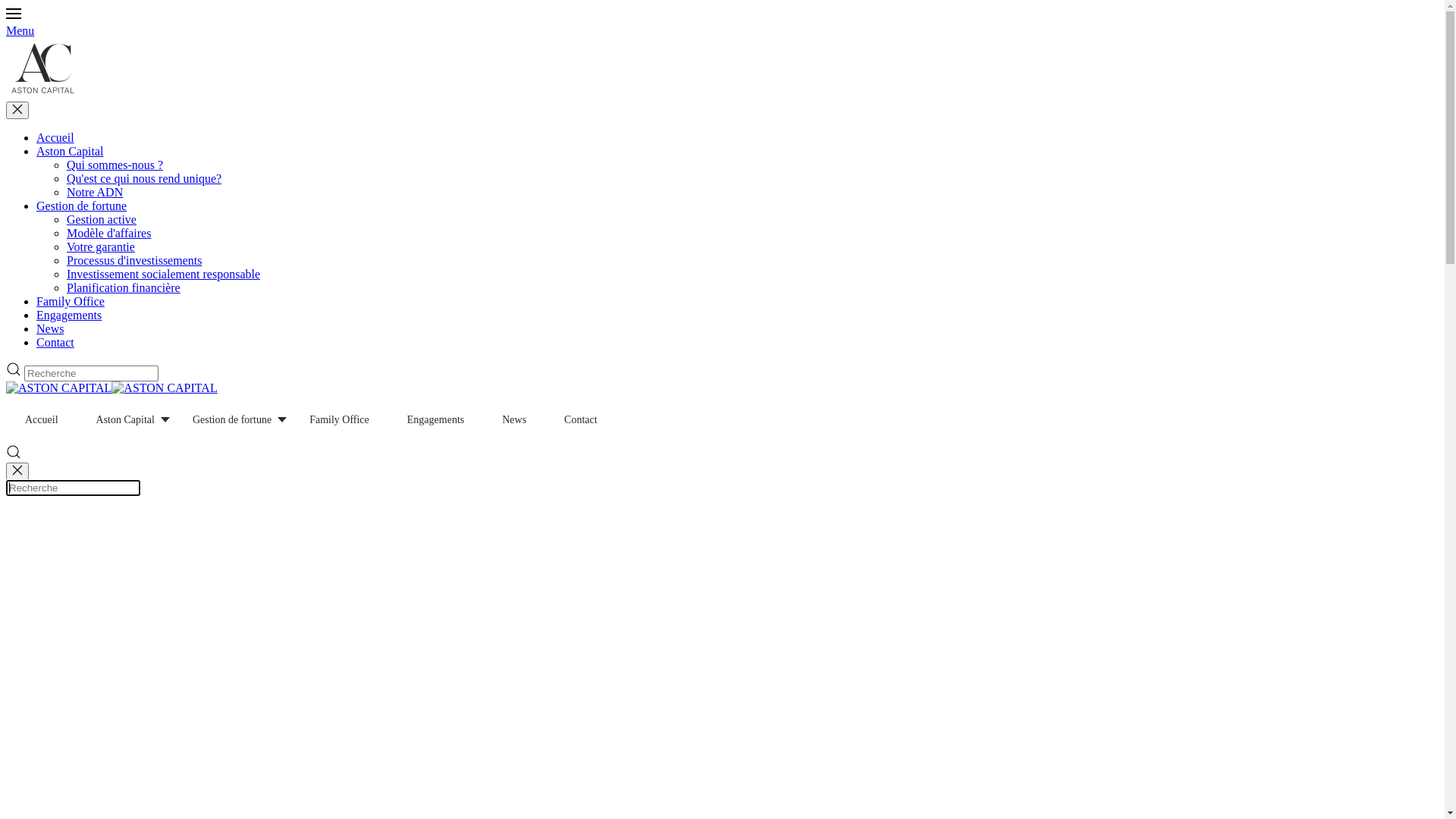 The width and height of the screenshot is (1456, 819). Describe the element at coordinates (101, 219) in the screenshot. I see `'Gestion active'` at that location.